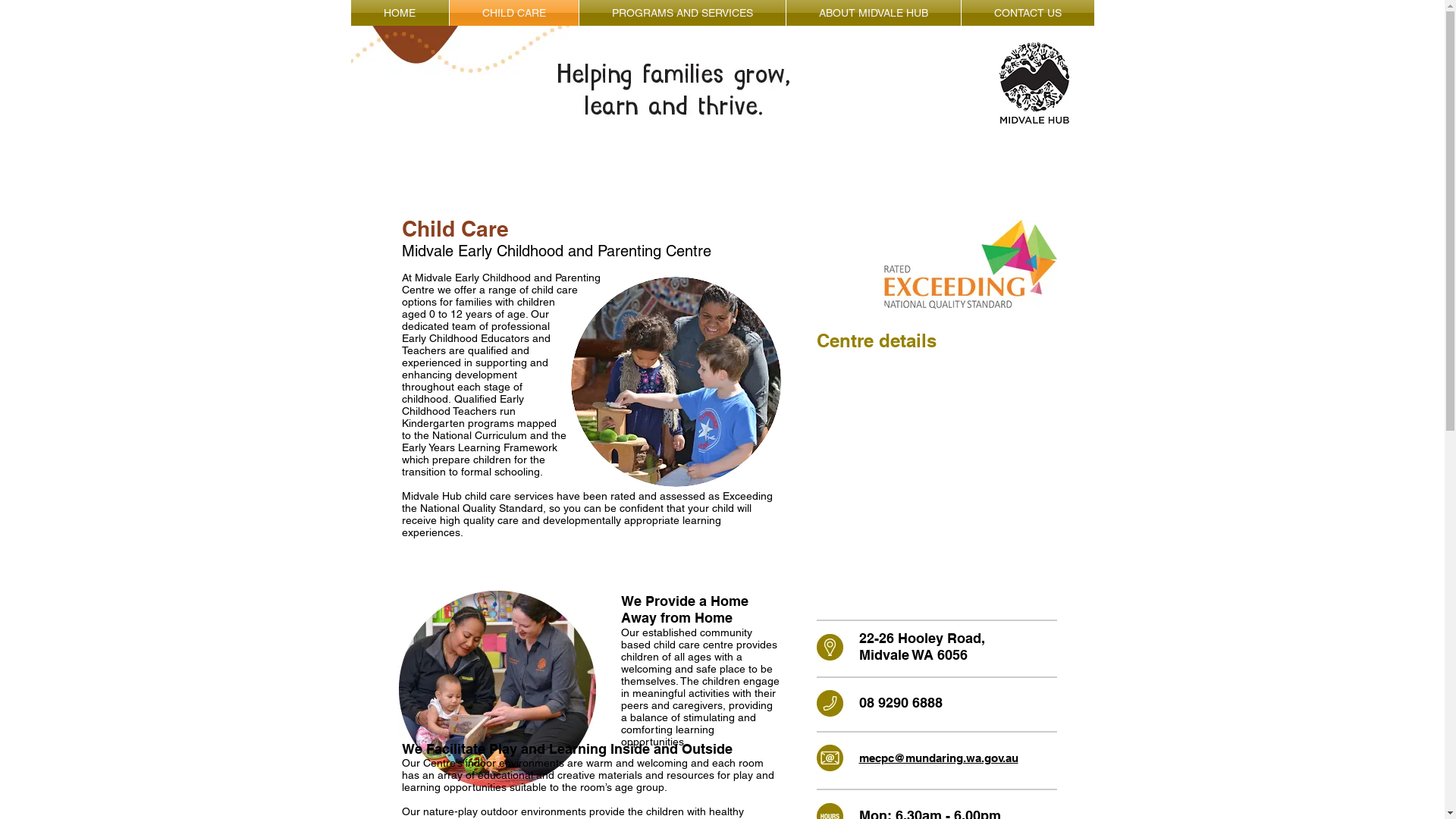 The image size is (1456, 819). I want to click on 'PROGRAMS AND SERVICES', so click(578, 12).